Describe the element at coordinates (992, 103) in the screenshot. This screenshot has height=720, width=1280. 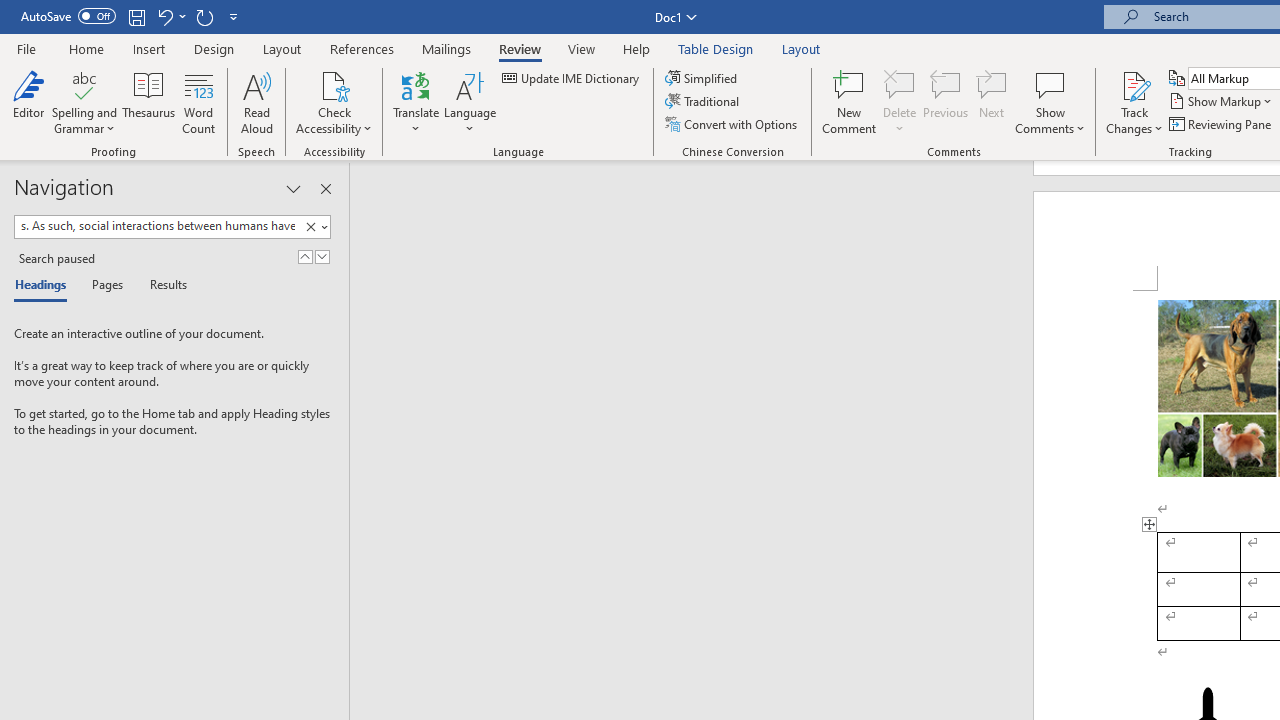
I see `'Next'` at that location.